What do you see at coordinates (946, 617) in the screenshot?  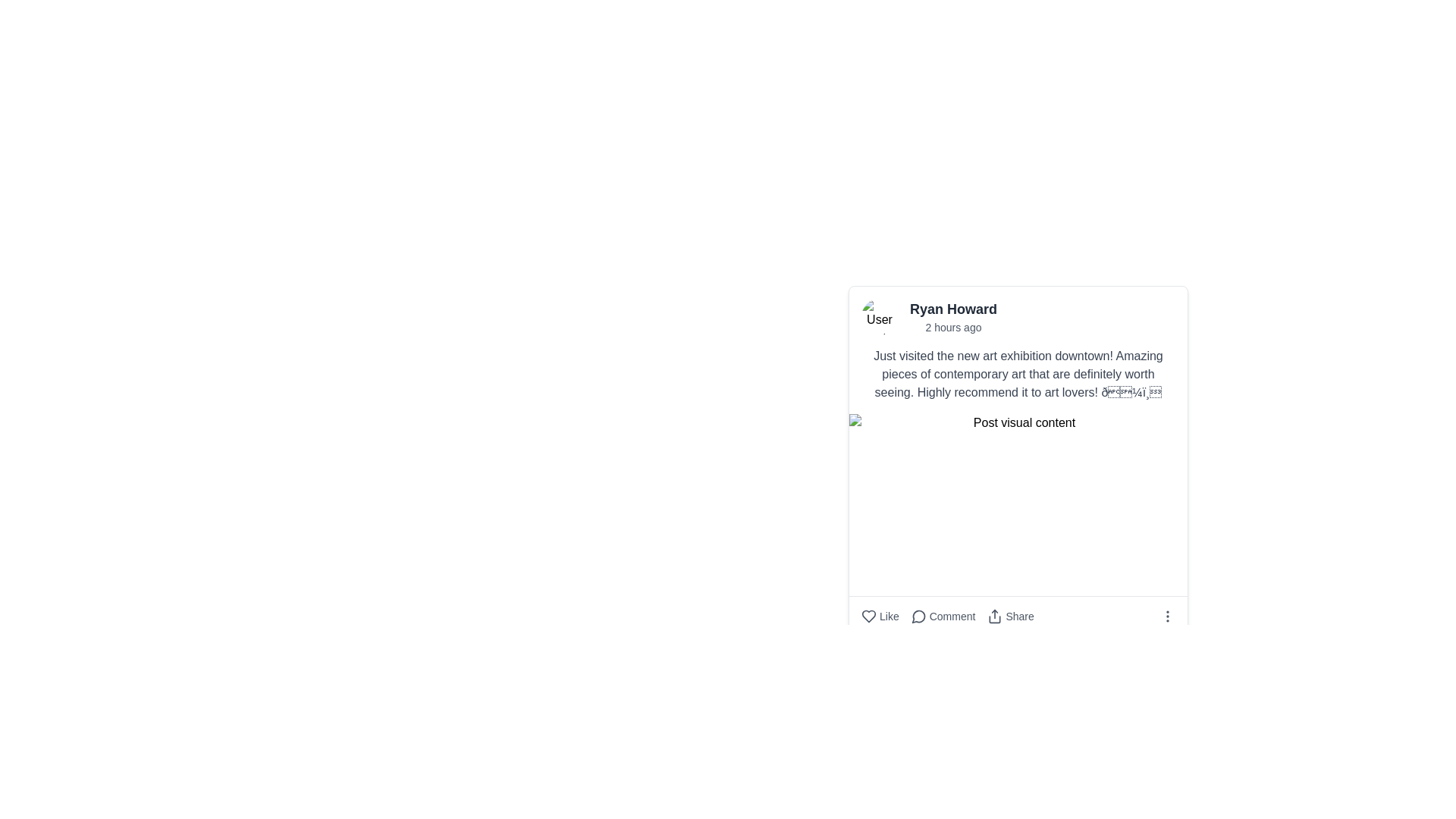 I see `the 'Comment' button, which is the second button in the toolbar containing 'Like', 'Comment', and 'Share', to trigger its visual styling change from gray to blue` at bounding box center [946, 617].